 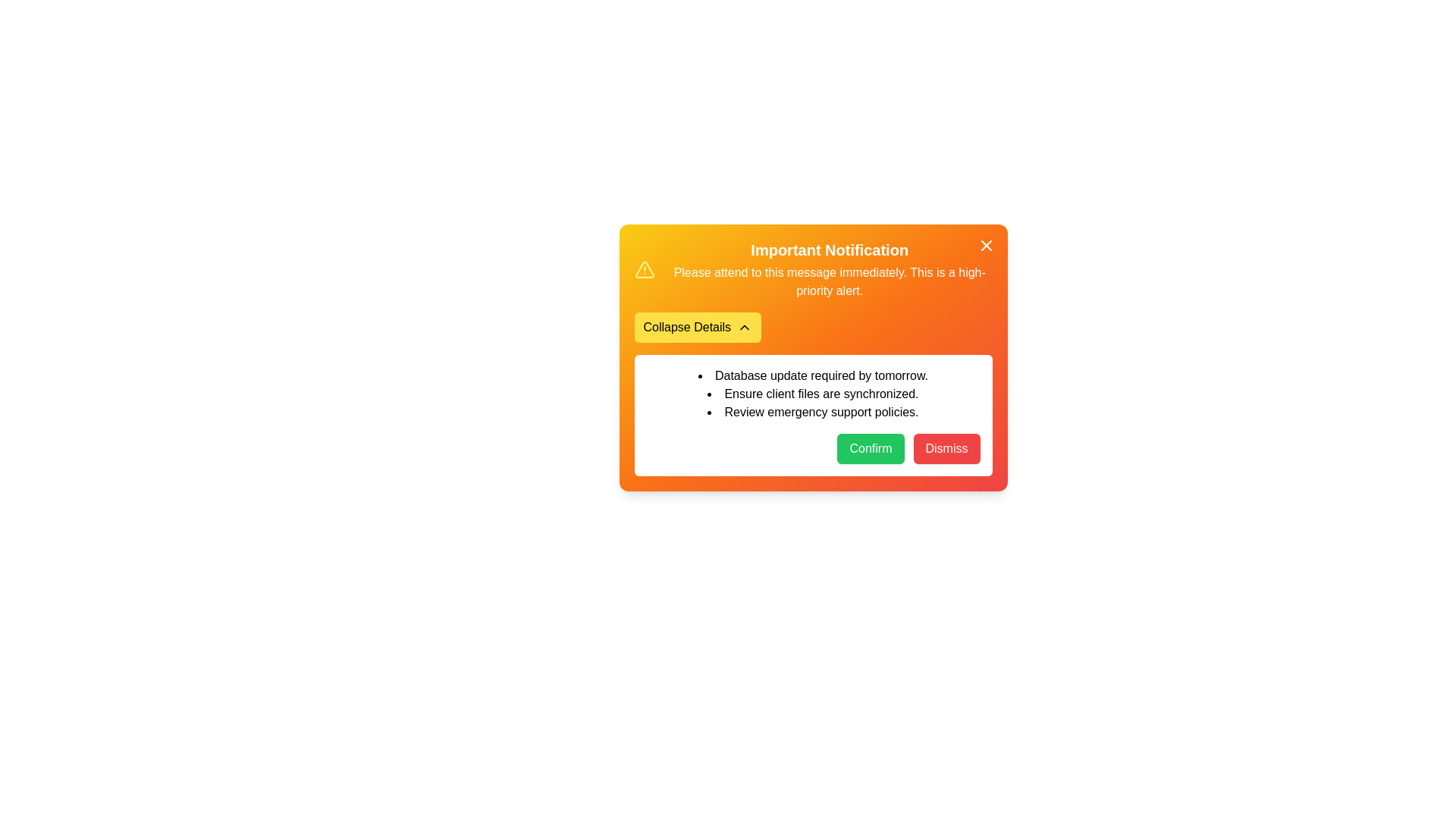 I want to click on the 'Confirm' button to acknowledge the notification, so click(x=870, y=447).